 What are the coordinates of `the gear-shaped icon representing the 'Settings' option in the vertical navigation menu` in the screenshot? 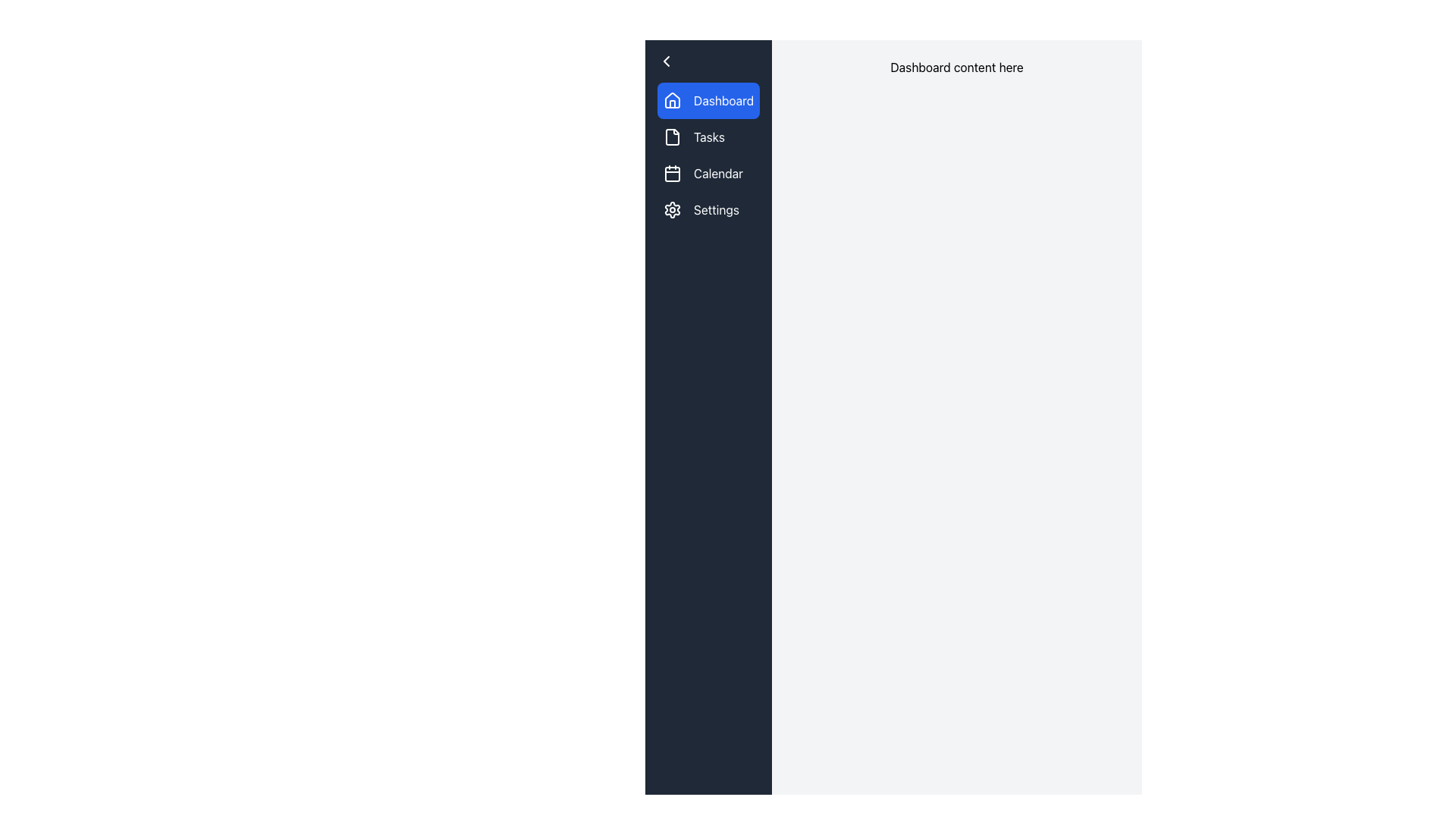 It's located at (672, 210).